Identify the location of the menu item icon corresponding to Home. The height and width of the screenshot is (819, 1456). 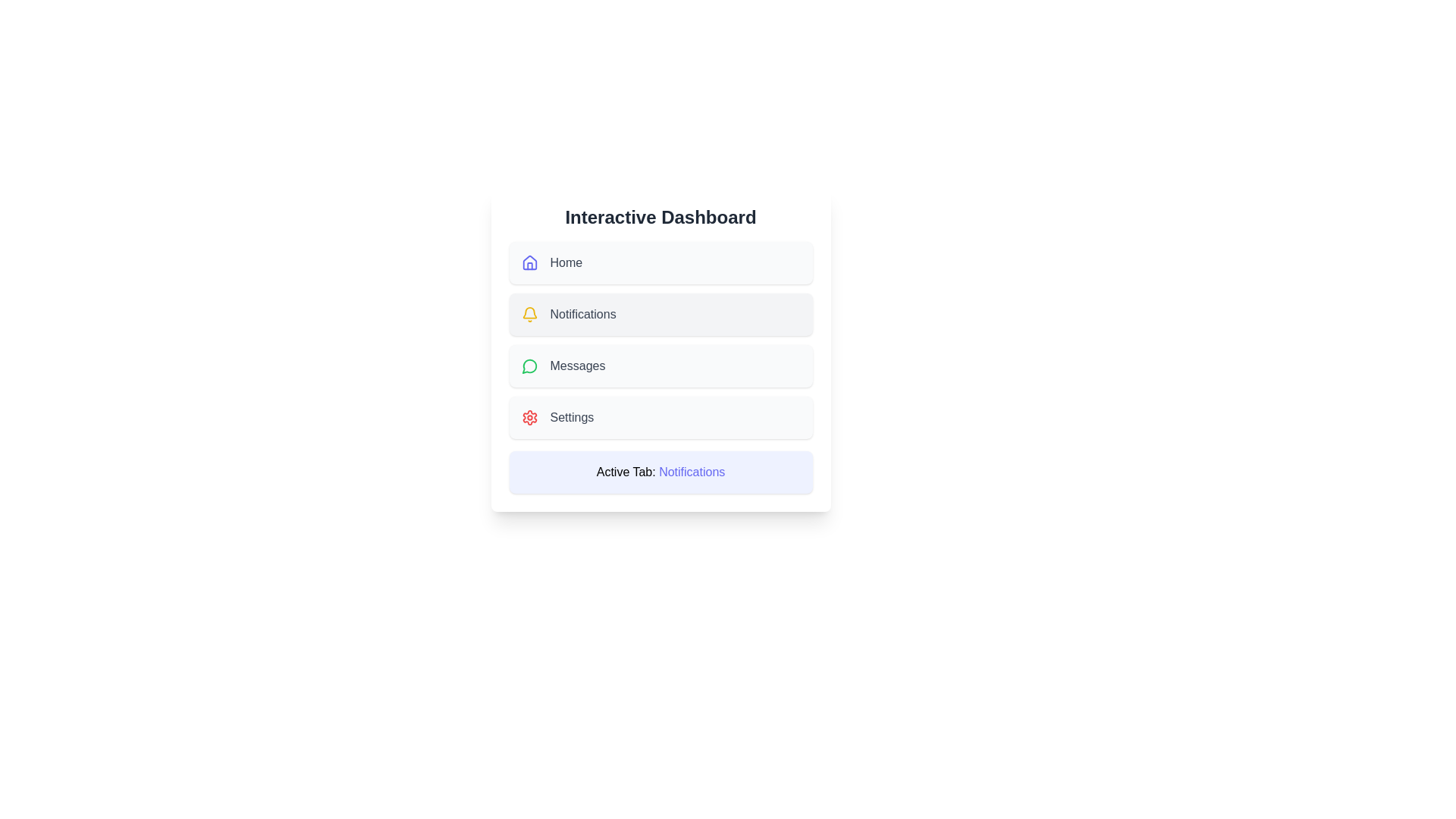
(529, 262).